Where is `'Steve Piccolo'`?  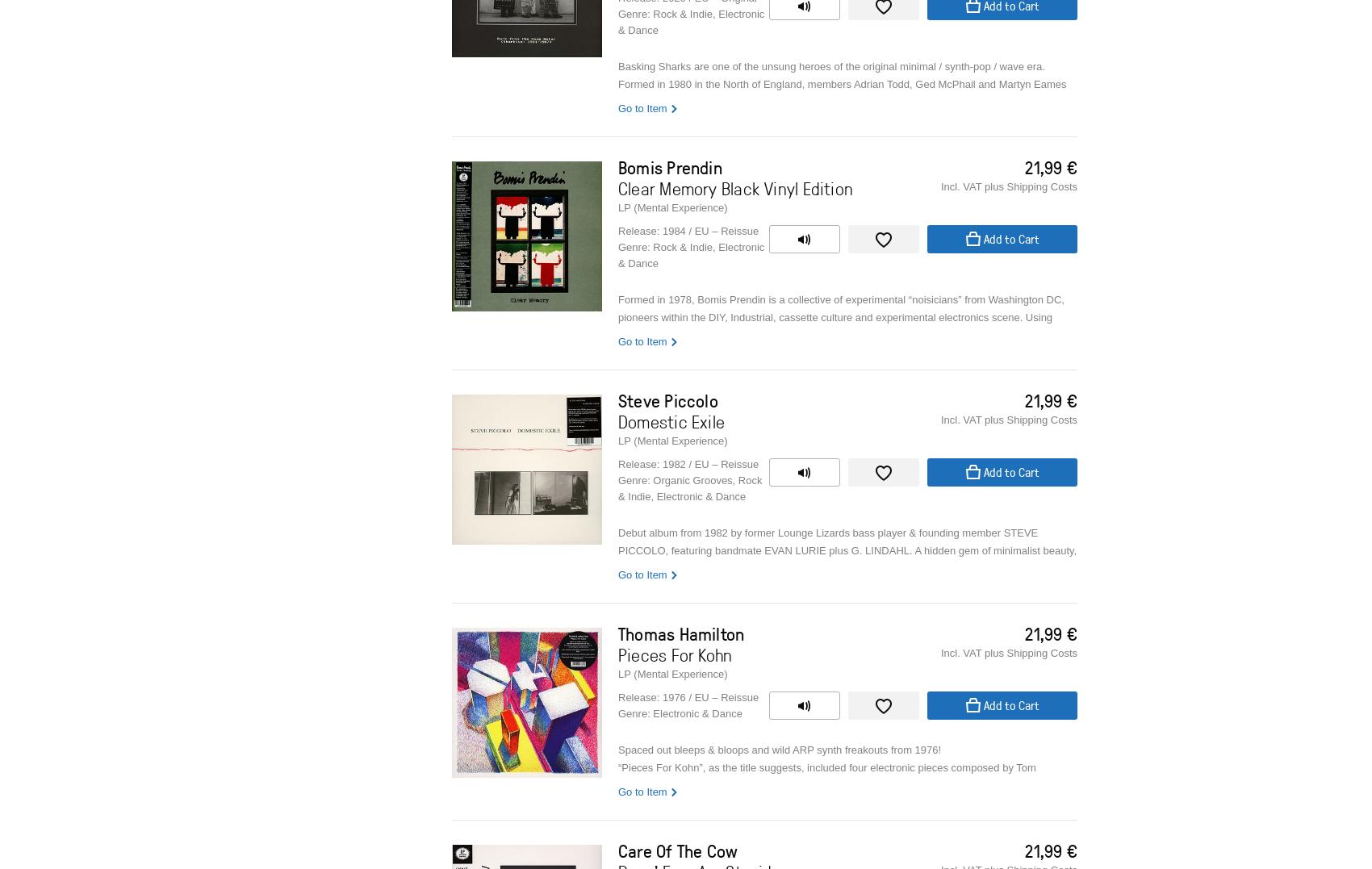
'Steve Piccolo' is located at coordinates (667, 400).